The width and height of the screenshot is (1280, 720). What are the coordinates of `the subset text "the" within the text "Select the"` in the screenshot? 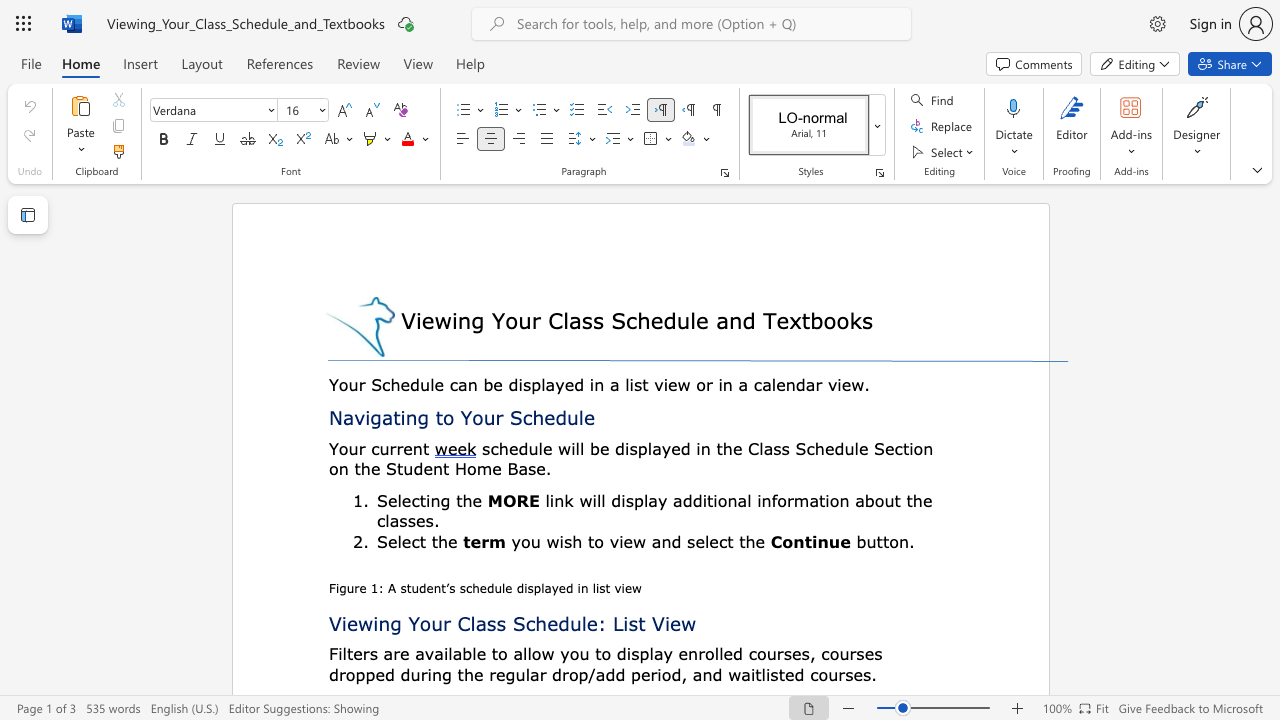 It's located at (430, 541).